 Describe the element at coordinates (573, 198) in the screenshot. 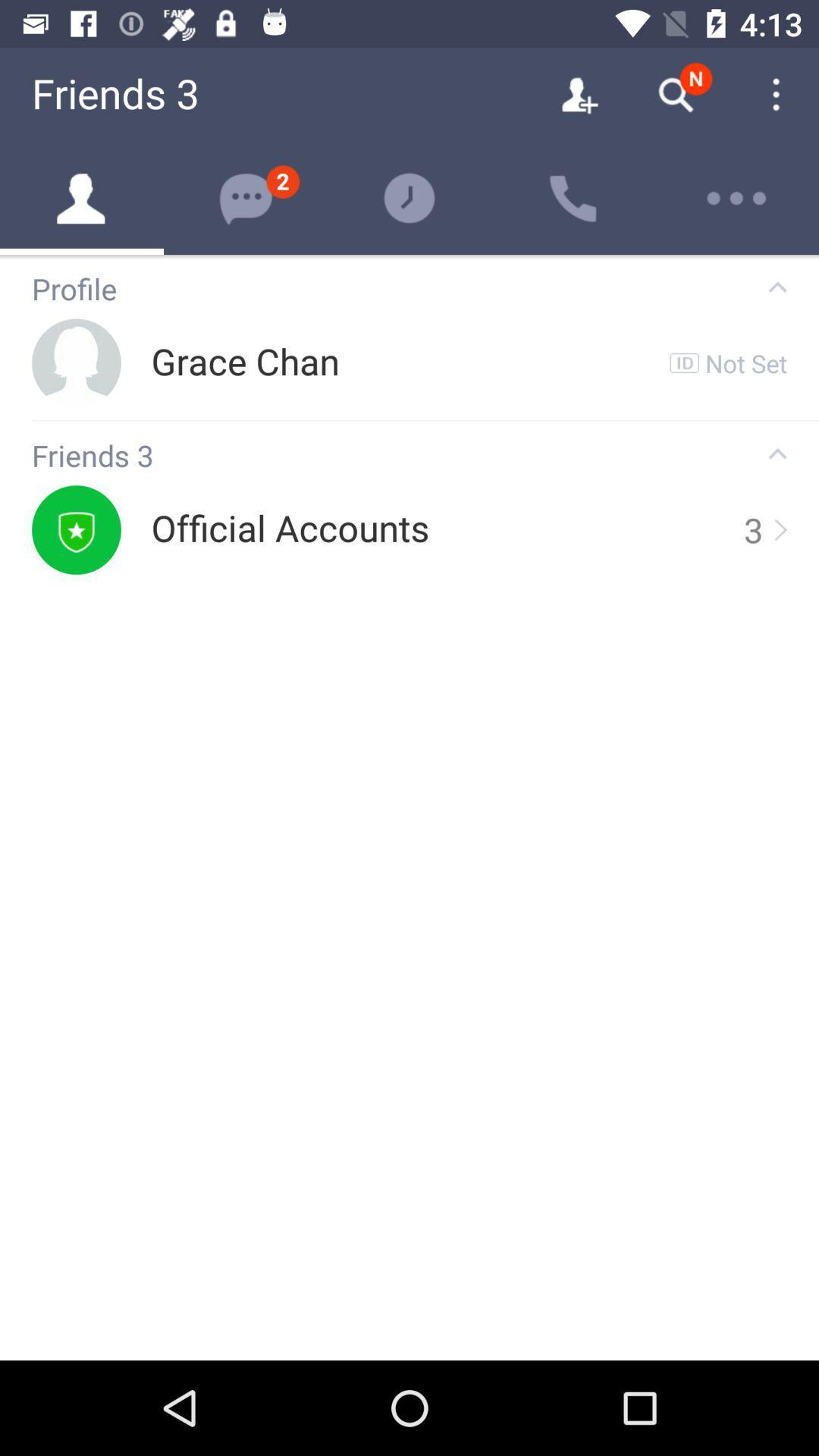

I see `the call icon` at that location.